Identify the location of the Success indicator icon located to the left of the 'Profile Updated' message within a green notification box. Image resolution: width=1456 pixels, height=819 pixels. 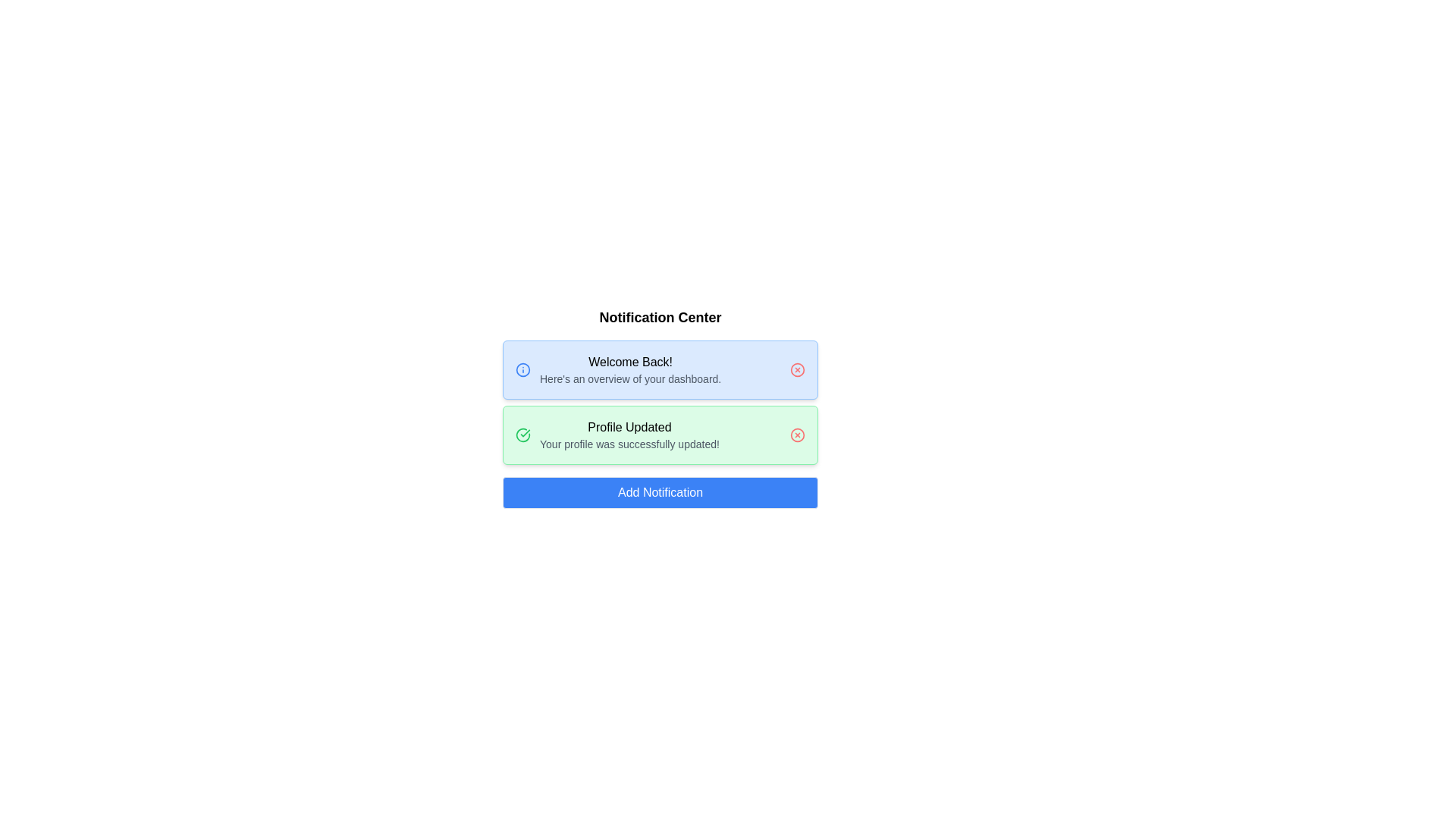
(523, 435).